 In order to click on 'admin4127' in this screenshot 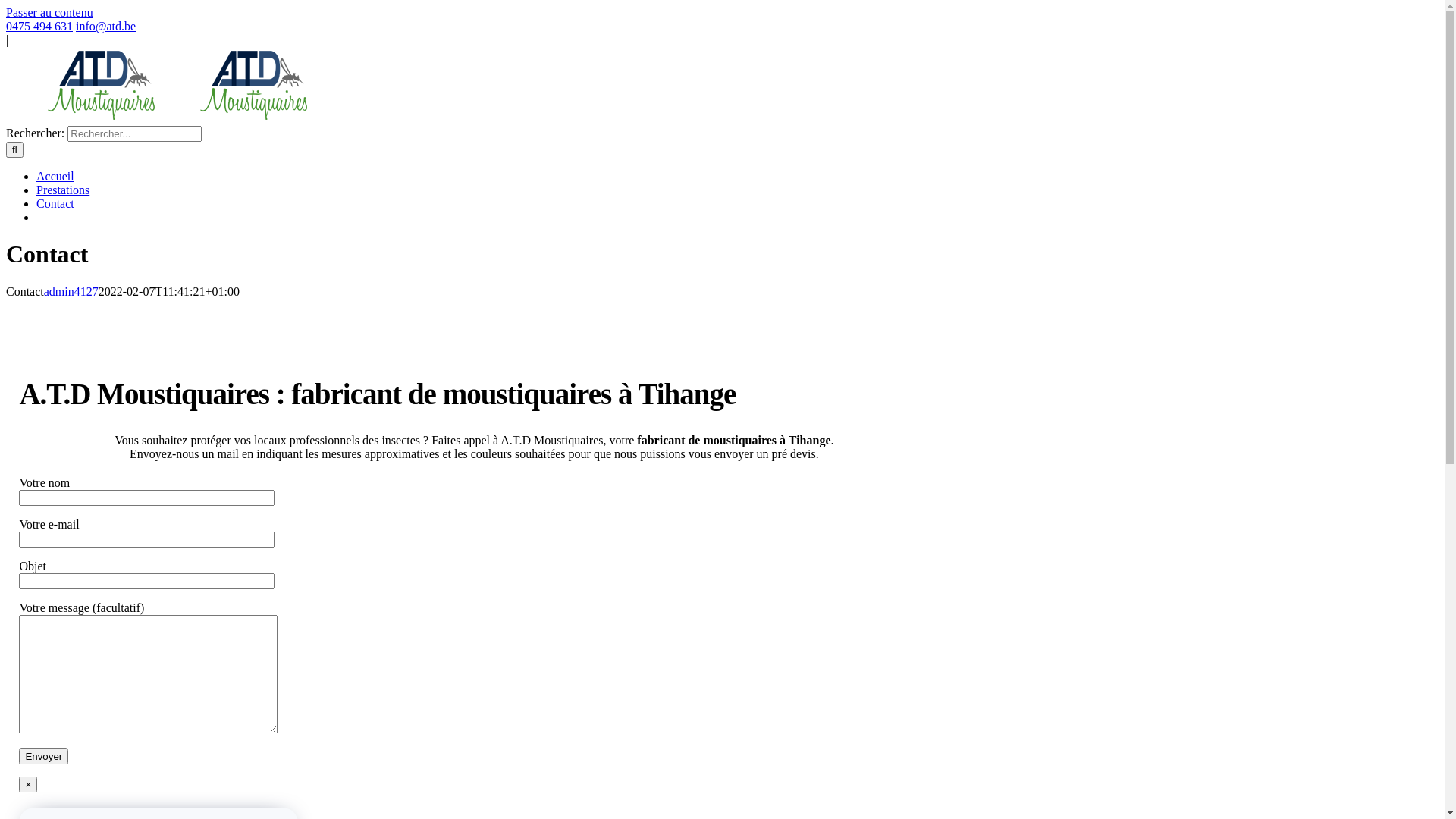, I will do `click(43, 291)`.